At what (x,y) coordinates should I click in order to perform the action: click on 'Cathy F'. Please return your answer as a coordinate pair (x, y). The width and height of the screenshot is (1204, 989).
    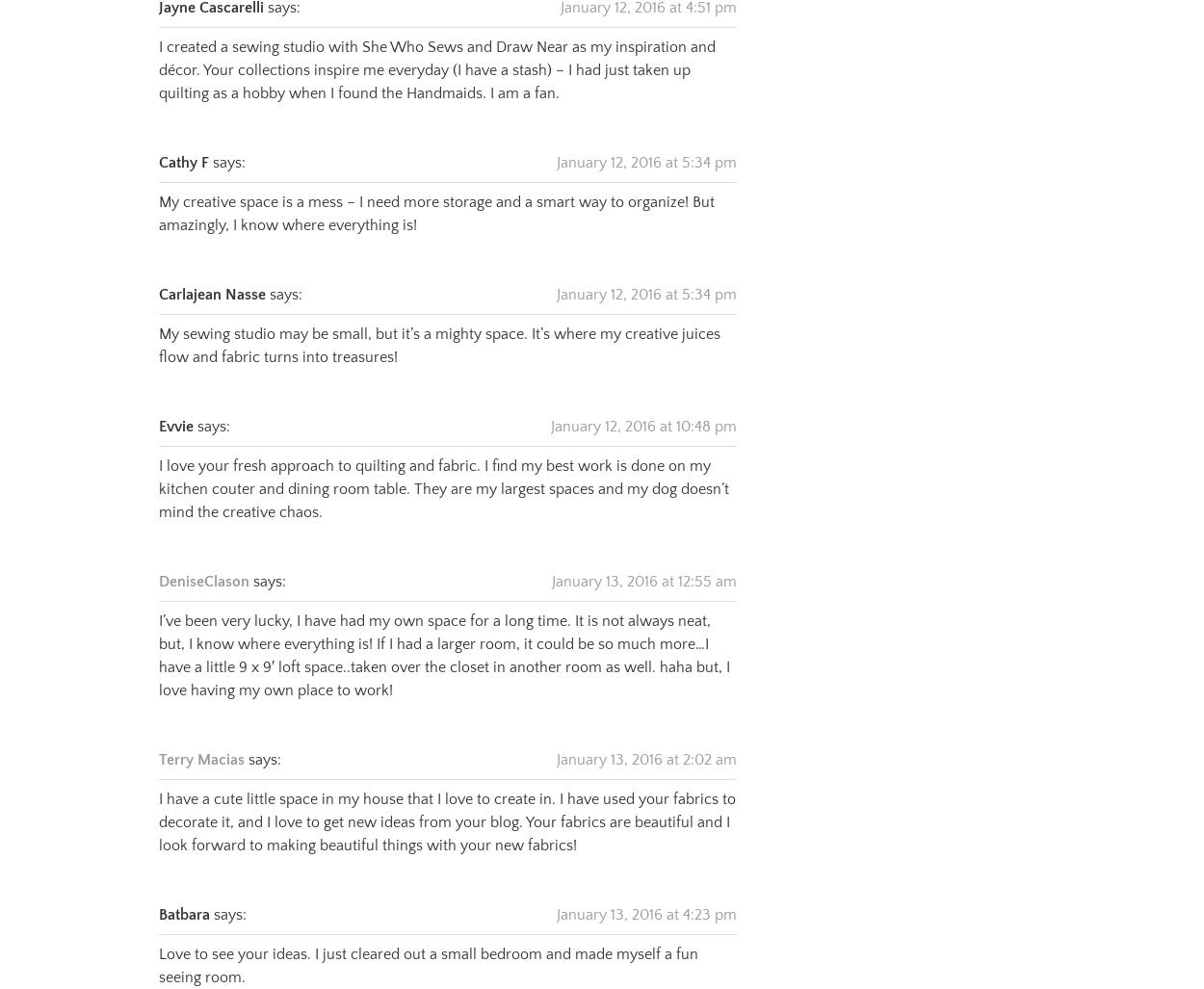
    Looking at the image, I should click on (183, 138).